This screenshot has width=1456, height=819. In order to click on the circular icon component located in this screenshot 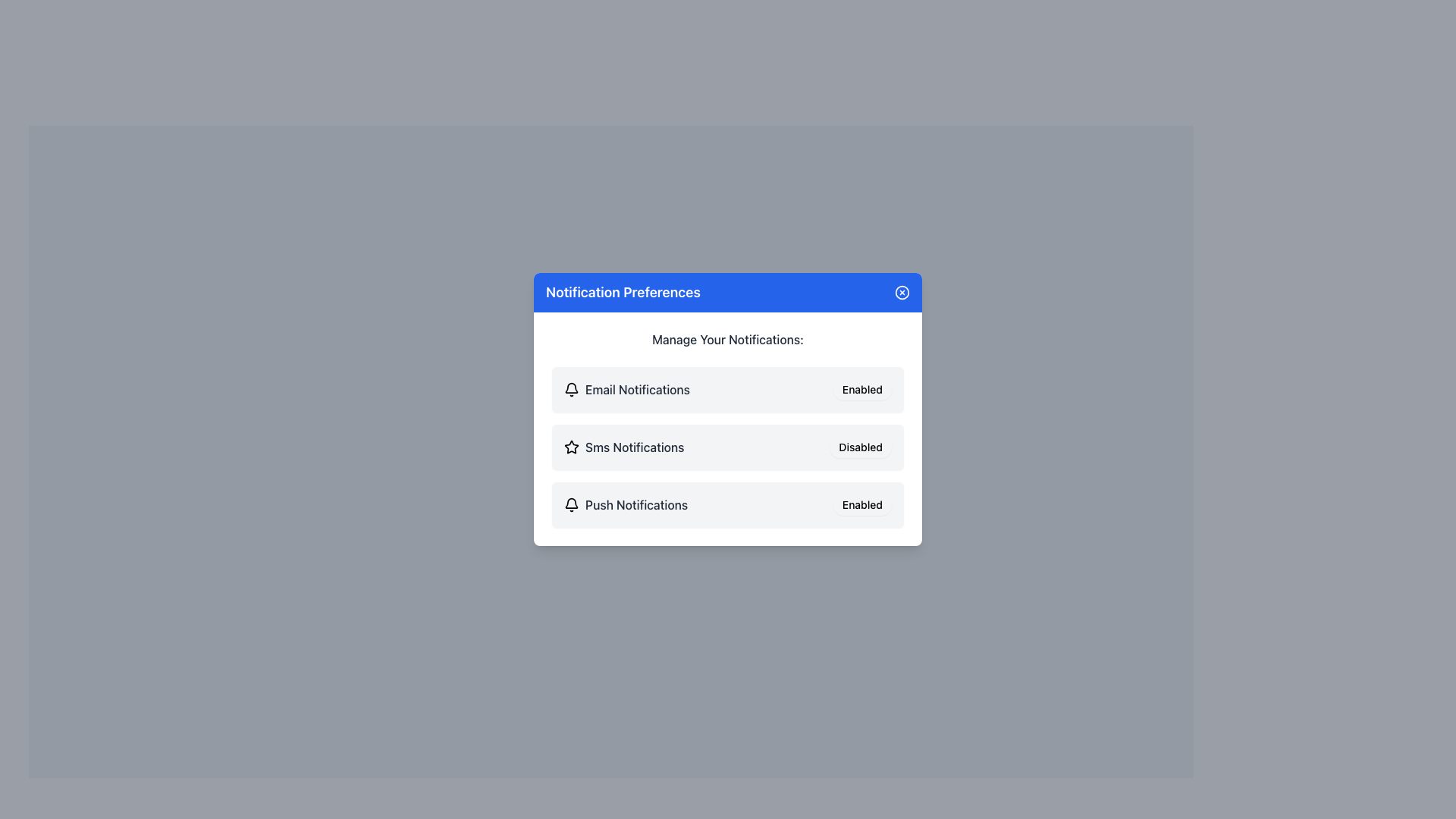, I will do `click(902, 292)`.